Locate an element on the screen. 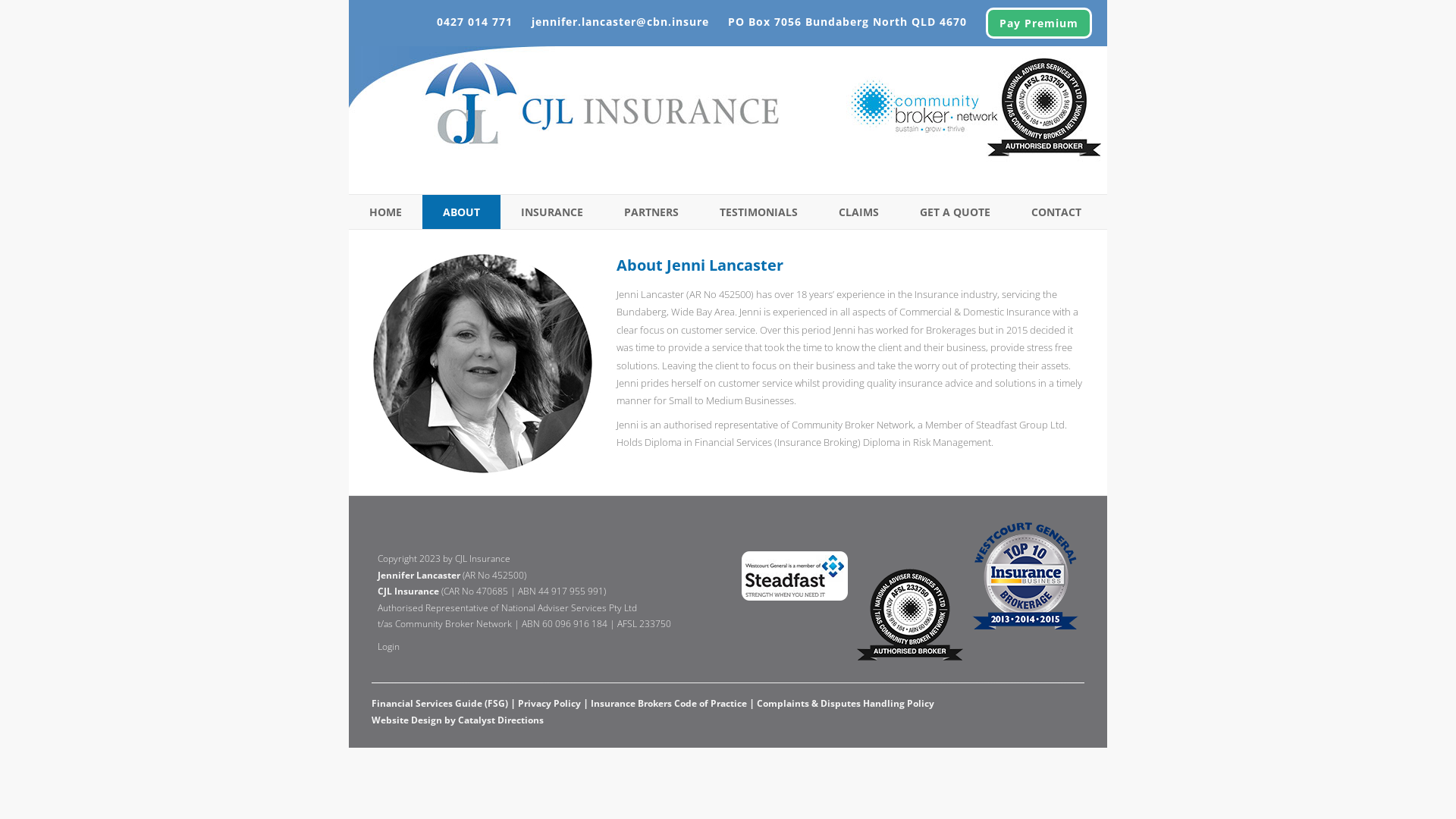 This screenshot has height=819, width=1456. 'Financial Services Guide (FSG)' is located at coordinates (439, 703).